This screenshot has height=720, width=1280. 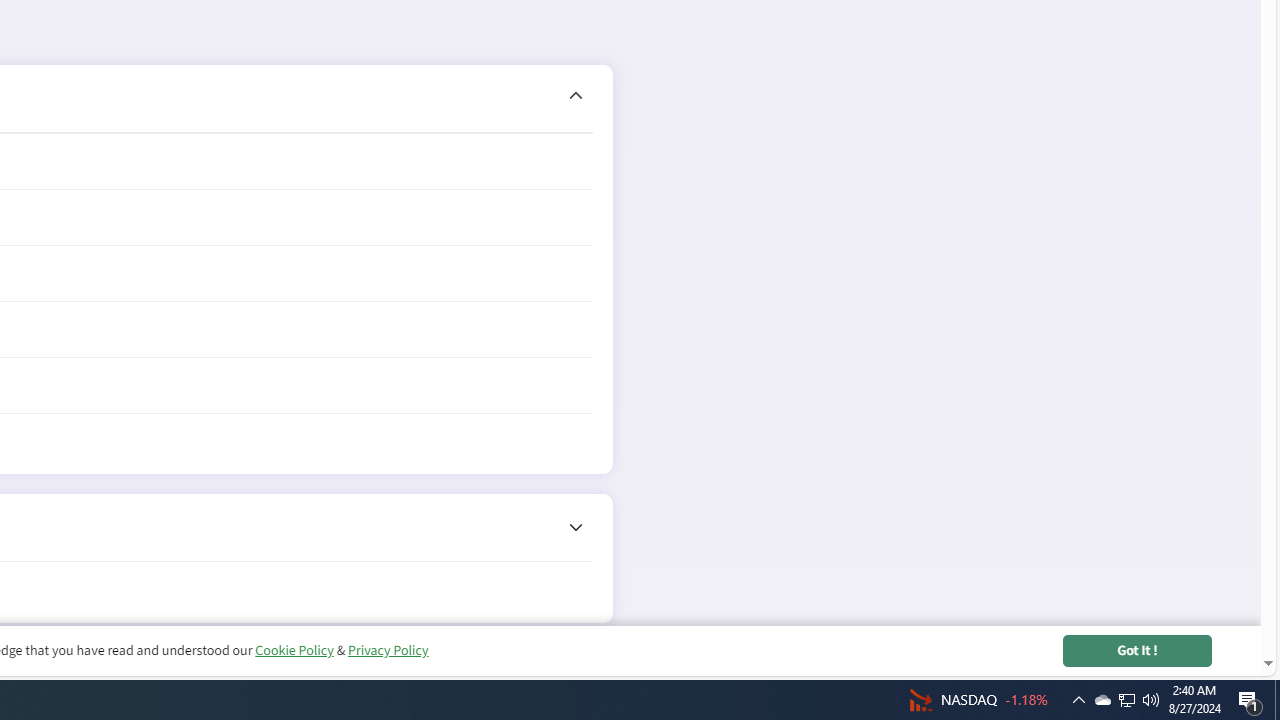 What do you see at coordinates (1137, 650) in the screenshot?
I see `'Got It !'` at bounding box center [1137, 650].